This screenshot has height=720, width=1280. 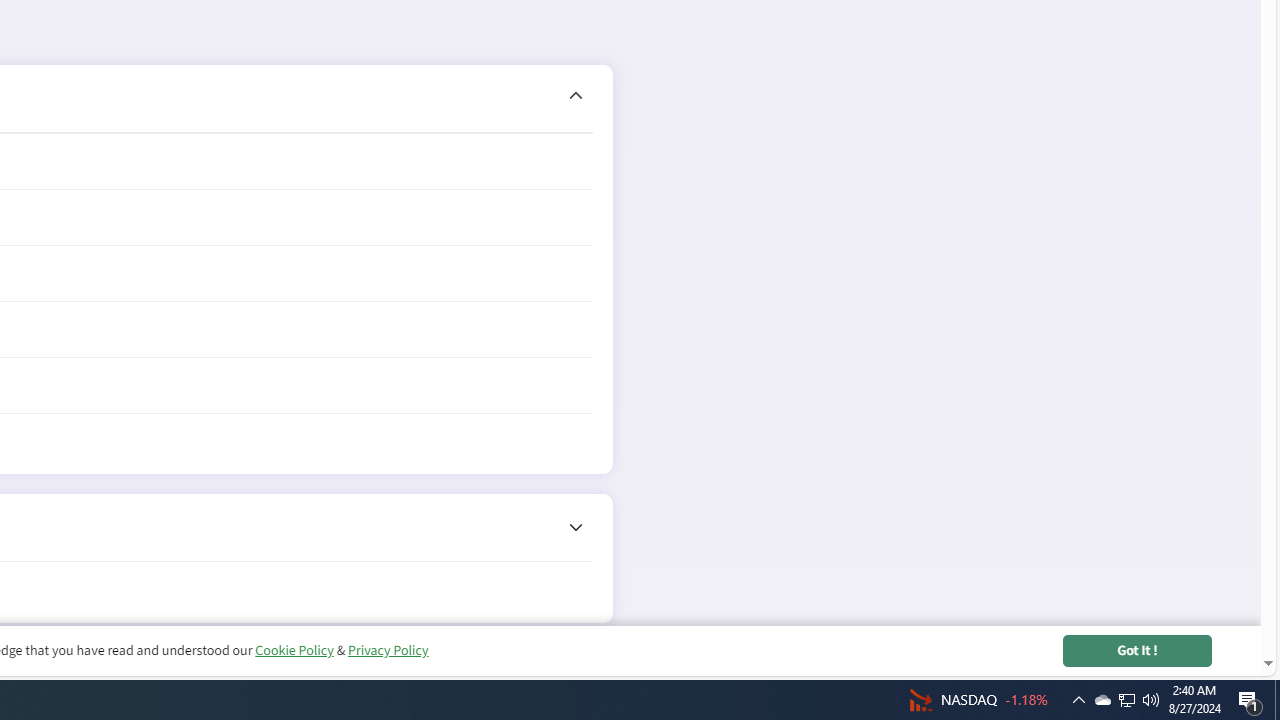 What do you see at coordinates (1137, 650) in the screenshot?
I see `'Got It !'` at bounding box center [1137, 650].